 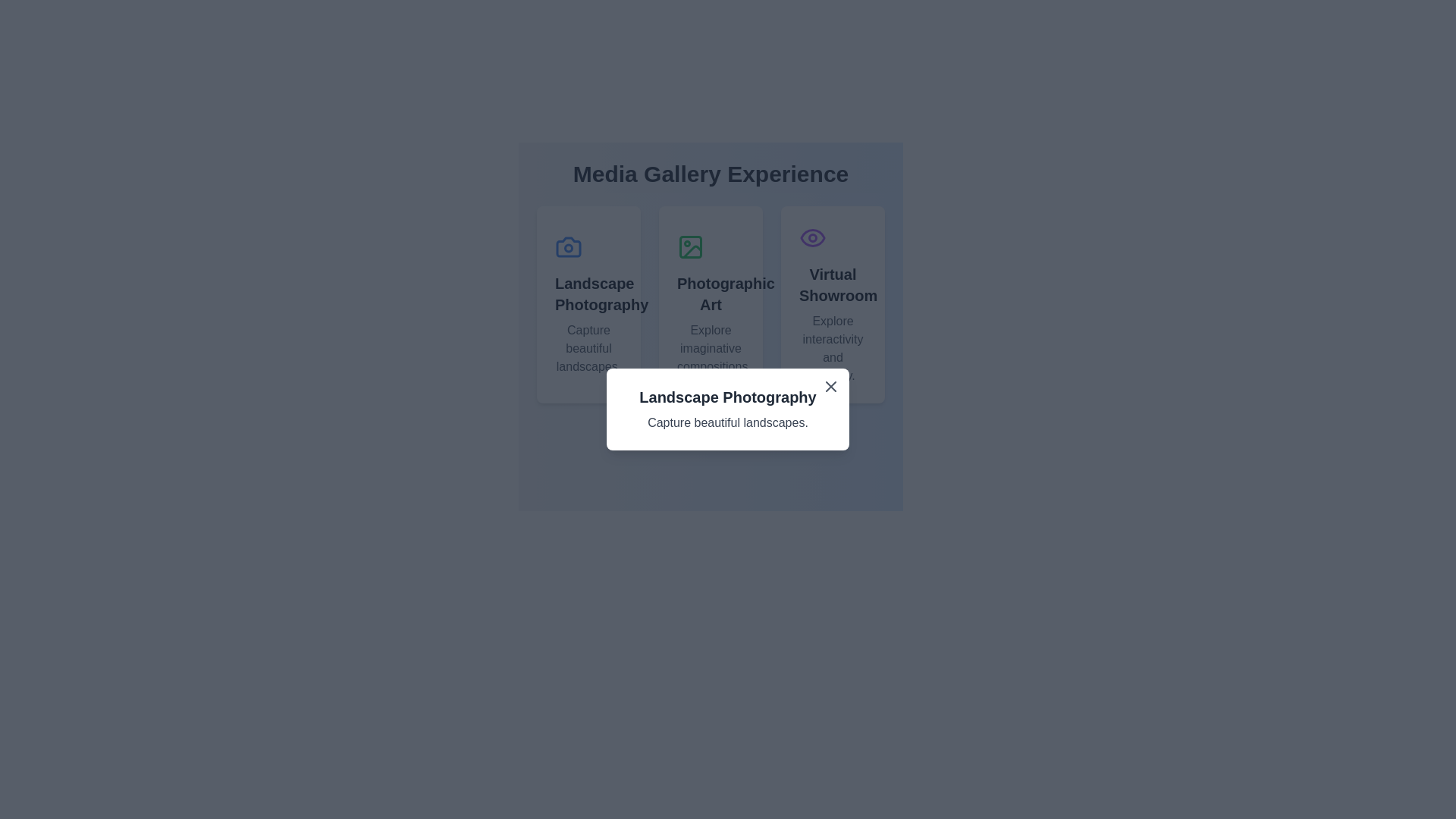 I want to click on the background graphic of the photographic art icon, which serves as the primary graphical area behind the icon details, so click(x=690, y=246).